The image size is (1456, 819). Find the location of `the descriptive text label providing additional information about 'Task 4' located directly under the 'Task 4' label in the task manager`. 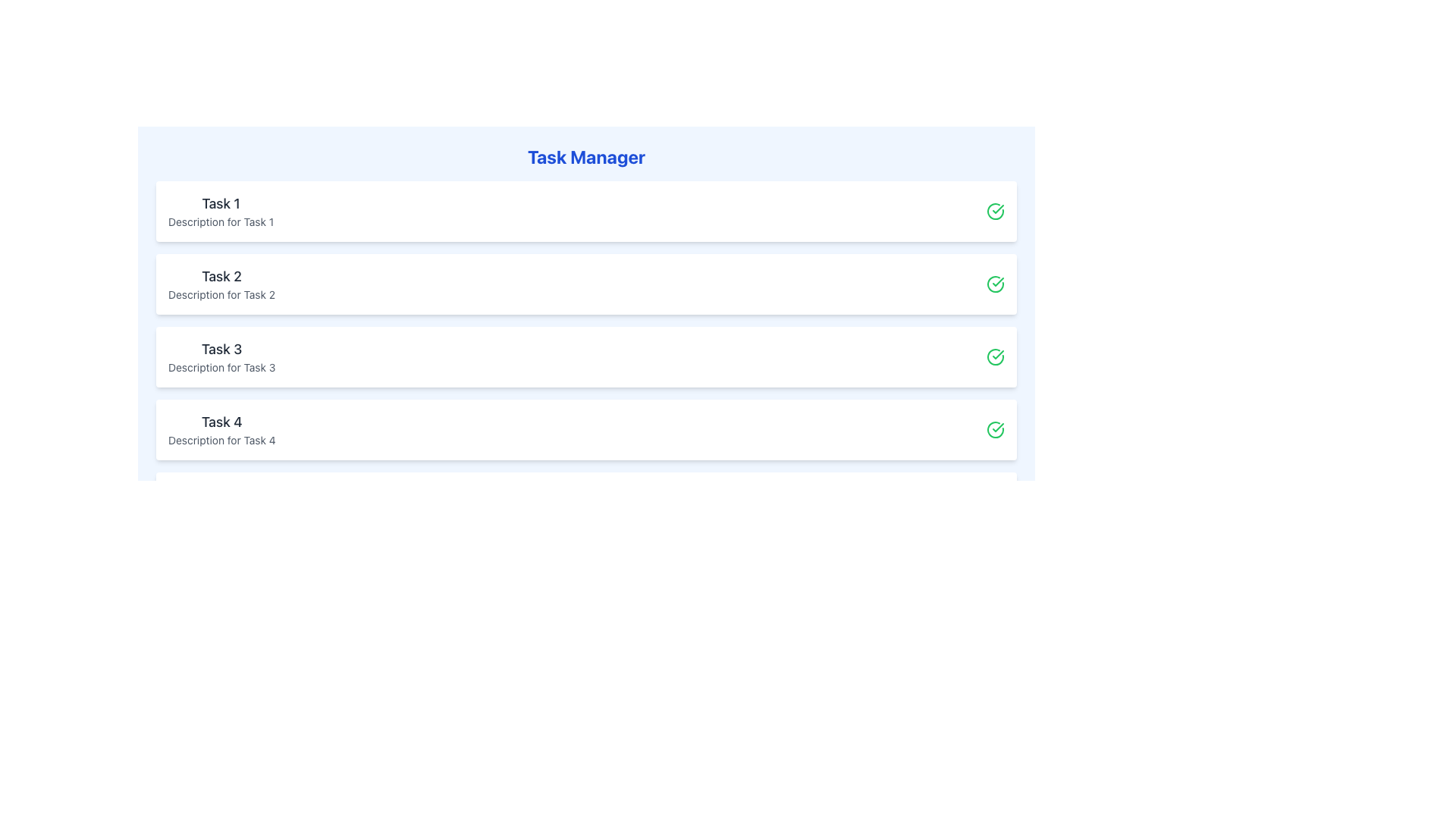

the descriptive text label providing additional information about 'Task 4' located directly under the 'Task 4' label in the task manager is located at coordinates (221, 441).